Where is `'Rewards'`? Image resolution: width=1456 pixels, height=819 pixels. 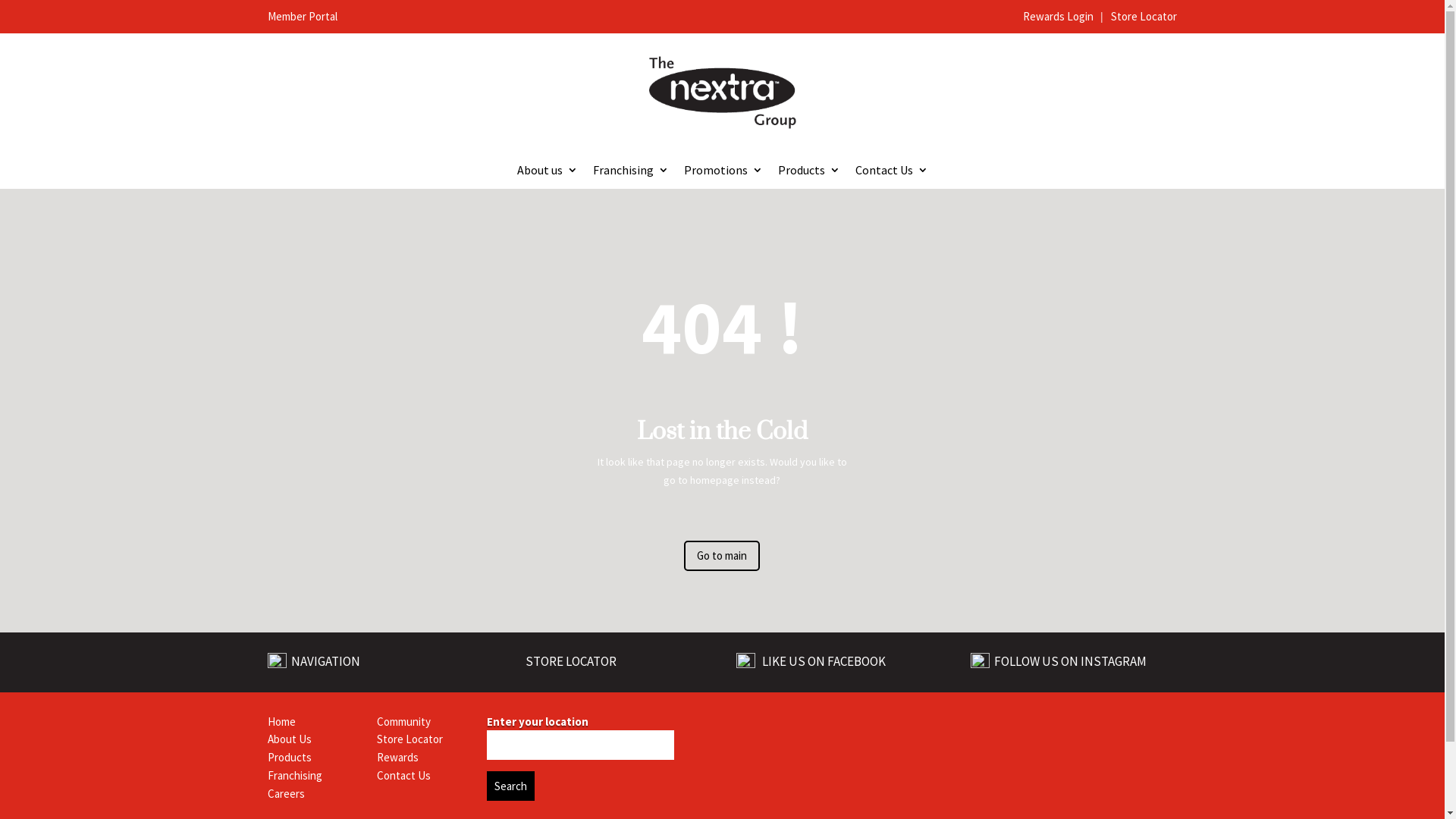
'Rewards' is located at coordinates (397, 757).